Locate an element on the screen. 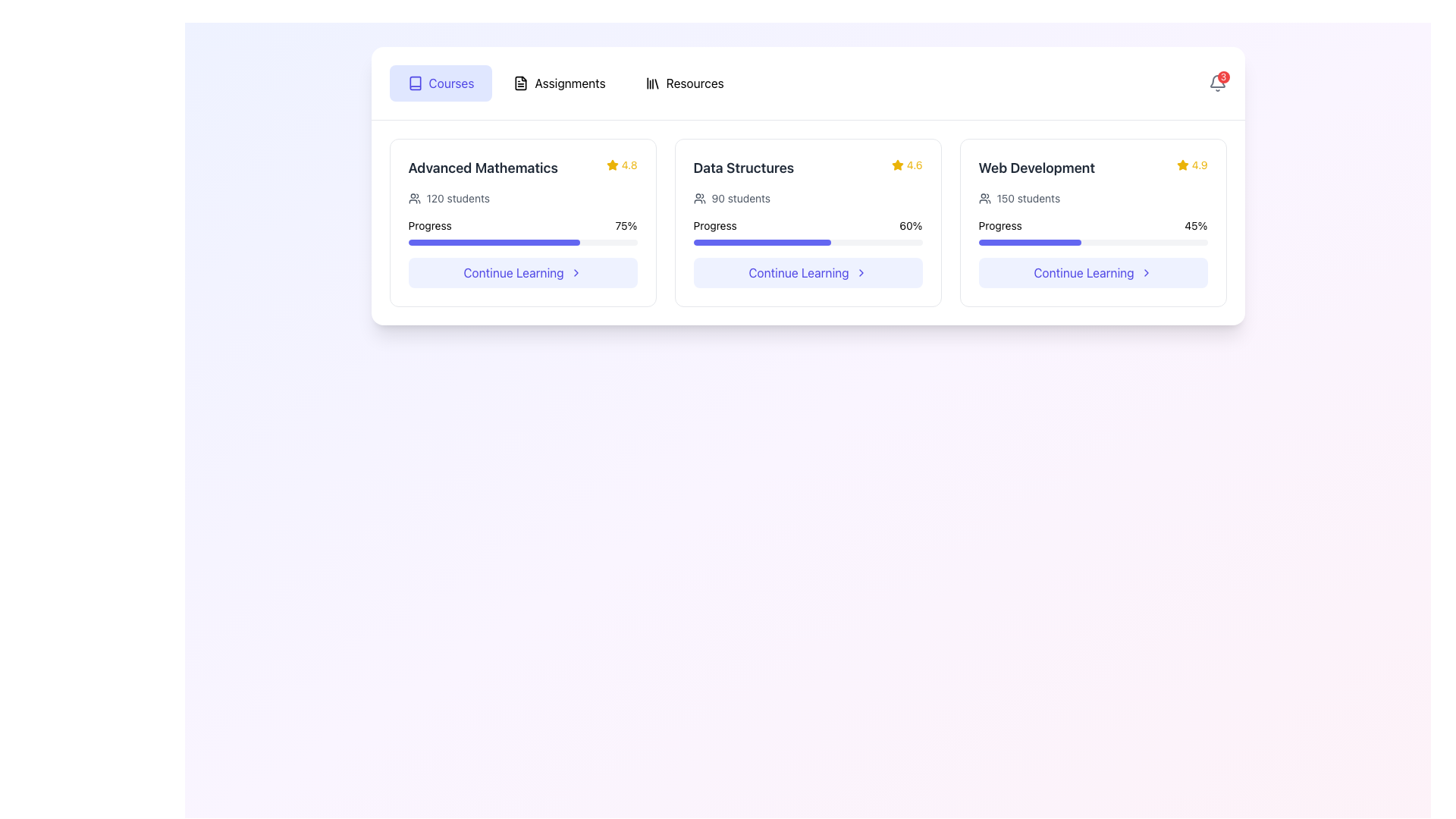  displayed rating from the Rating Display located in the upper-right corner of the 'Web Development' card, adjacent to the title text 'Web Development' is located at coordinates (1191, 165).